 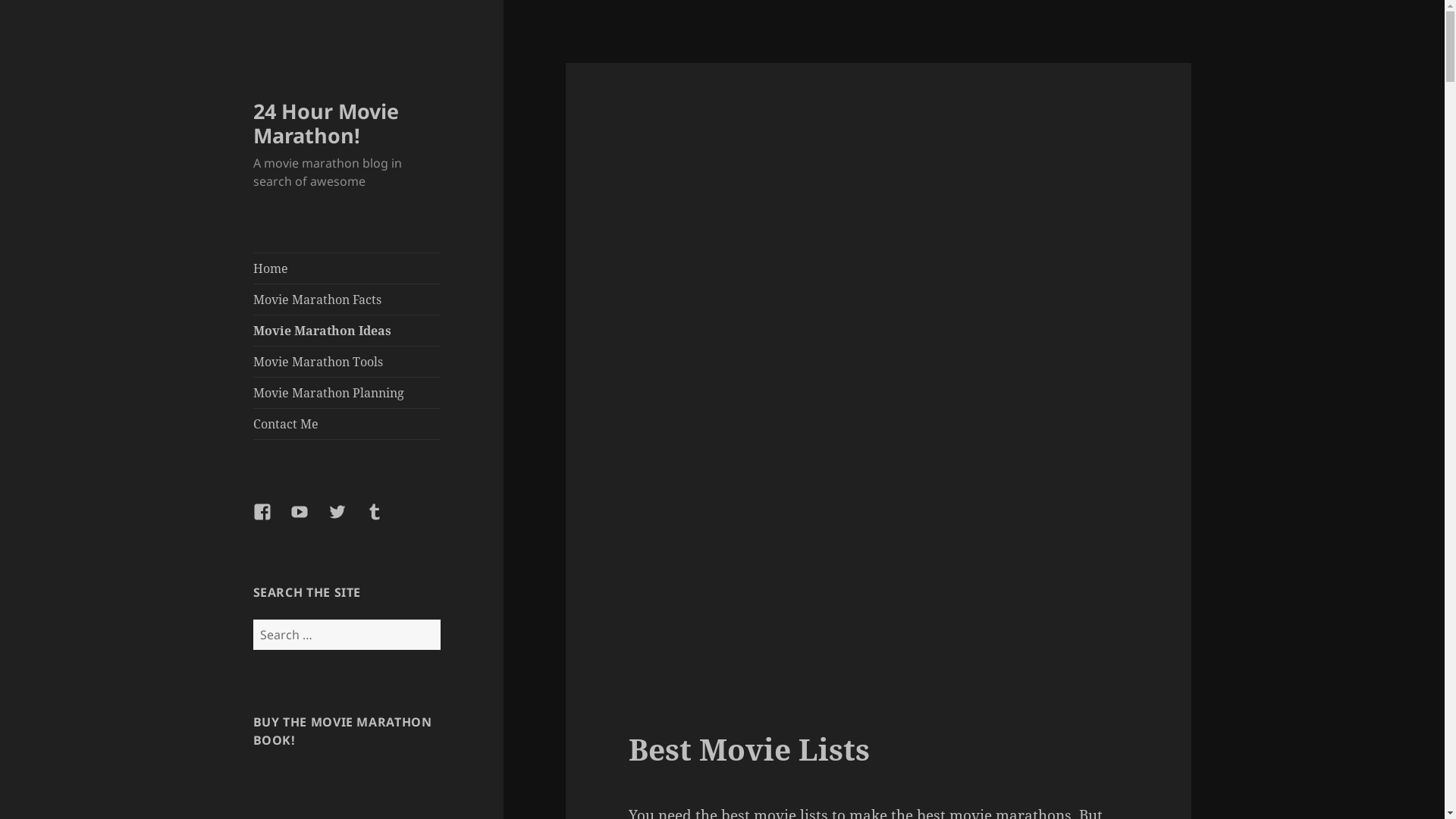 I want to click on 'Home', so click(x=346, y=268).